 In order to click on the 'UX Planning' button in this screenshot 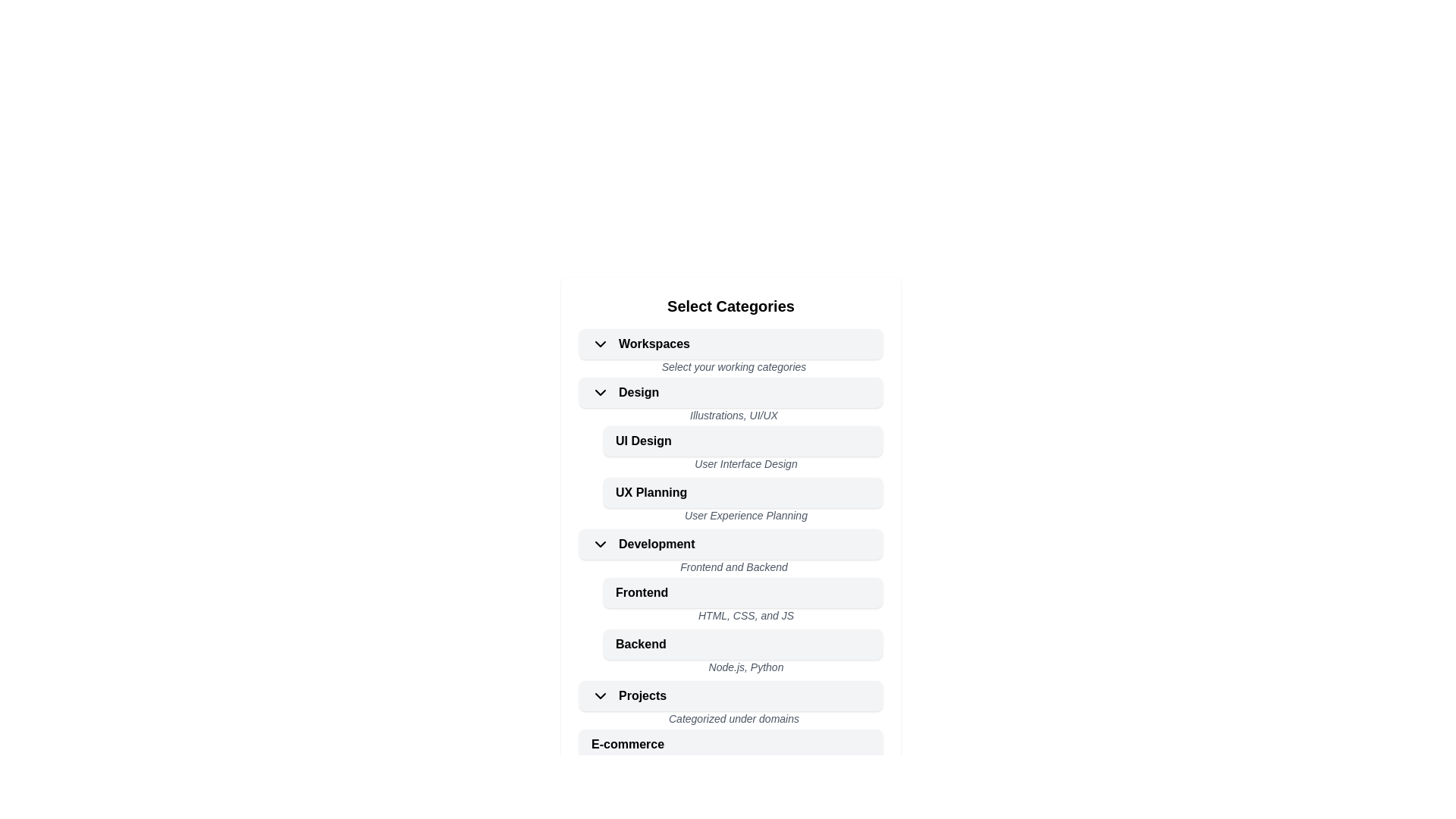, I will do `click(742, 493)`.